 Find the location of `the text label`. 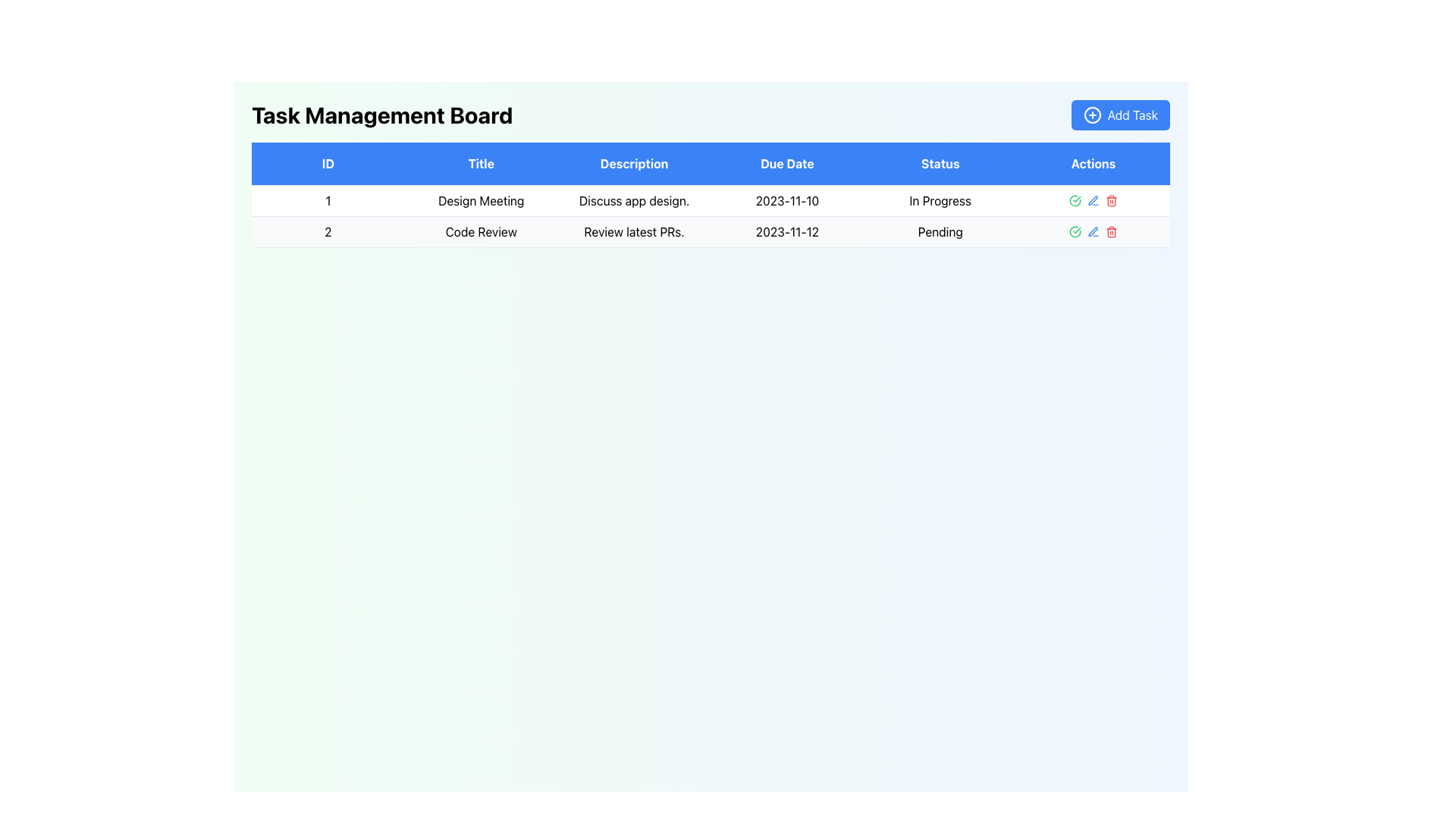

the text label is located at coordinates (480, 200).